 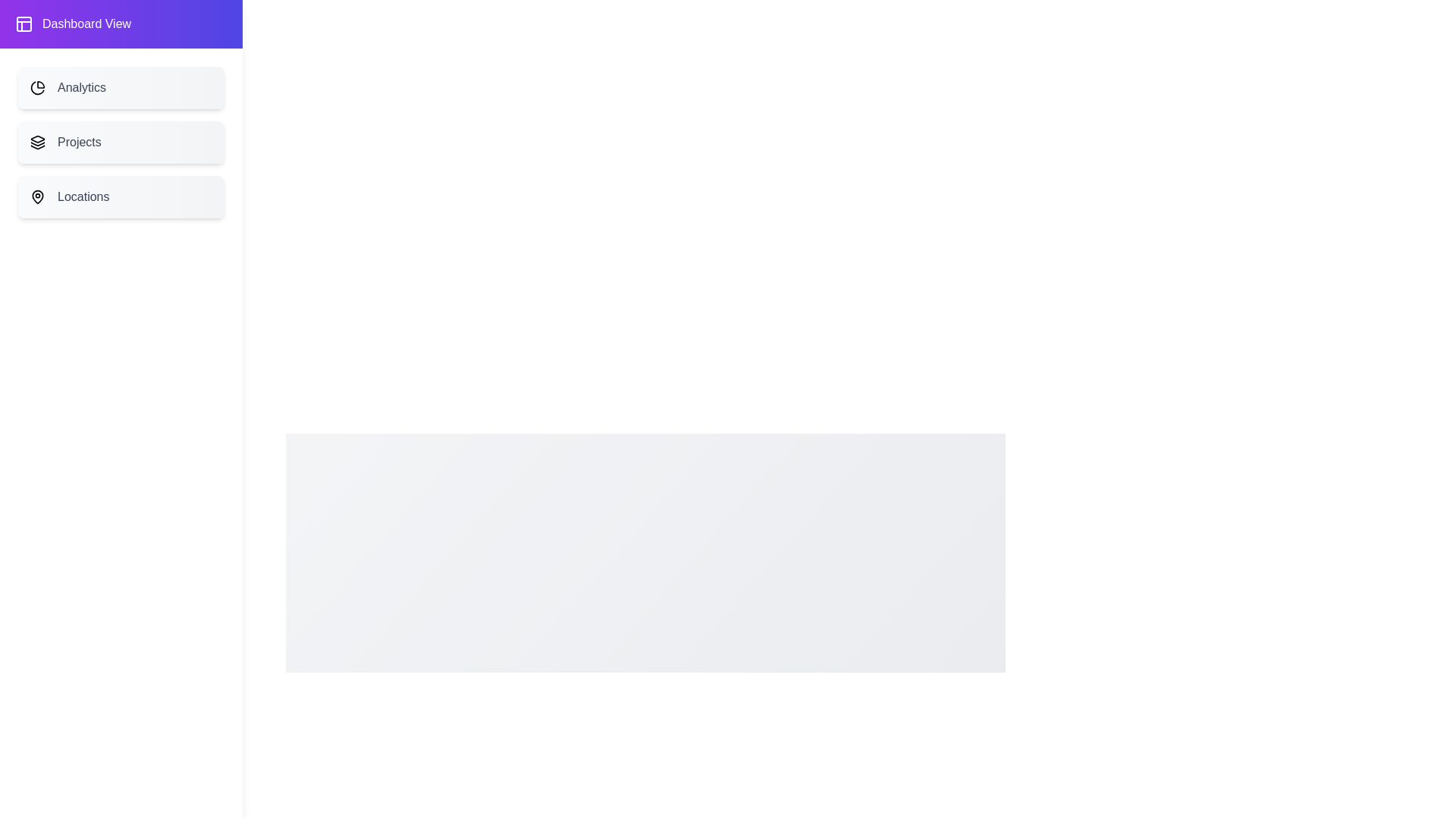 What do you see at coordinates (120, 87) in the screenshot?
I see `the menu item Analytics from the list` at bounding box center [120, 87].